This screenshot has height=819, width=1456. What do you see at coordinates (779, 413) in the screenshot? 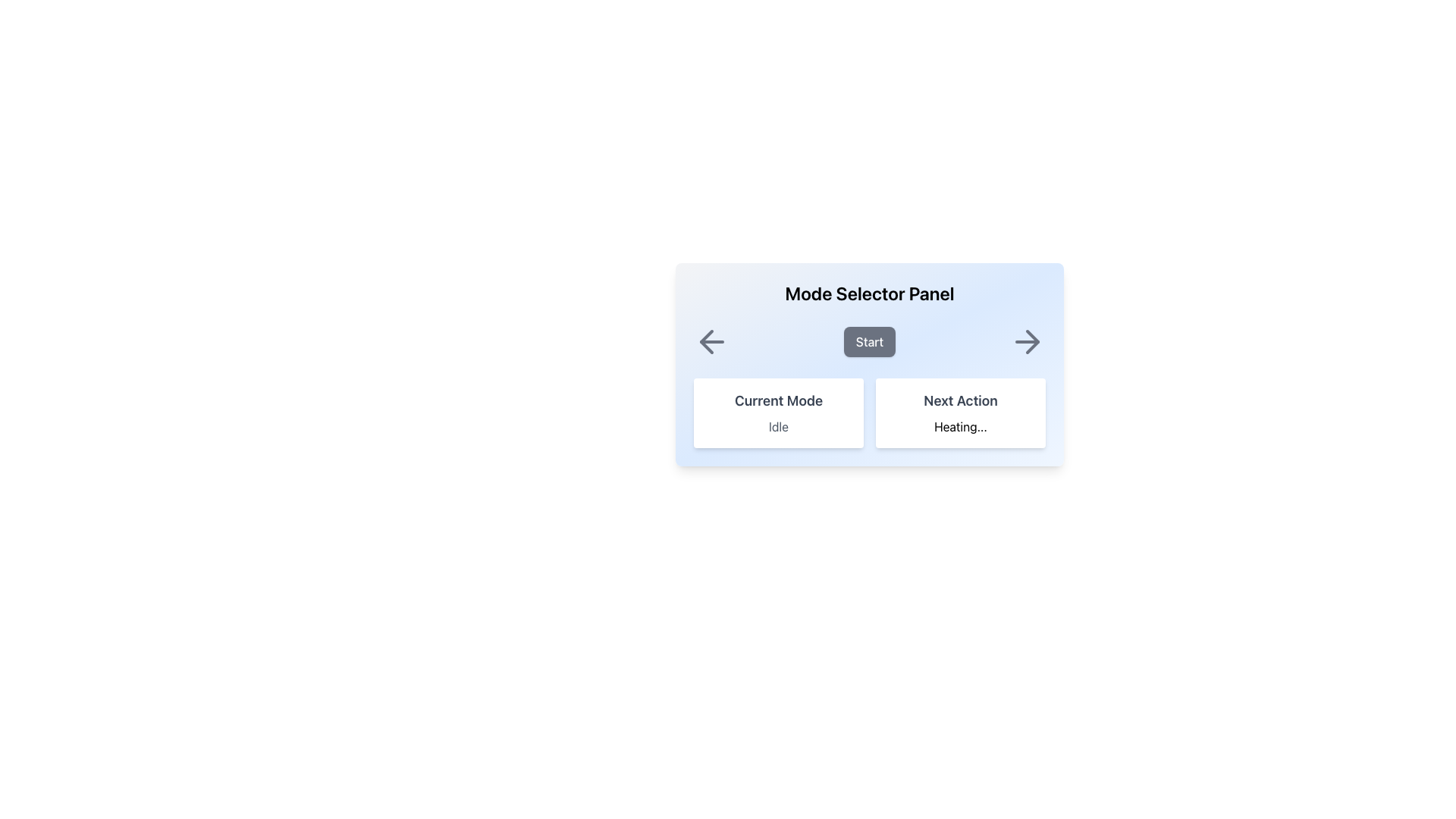
I see `the informational card labeled 'Current Mode', which features a white background and displays the heading 'Current Mode' in bold and the subtitle 'Idle'` at bounding box center [779, 413].